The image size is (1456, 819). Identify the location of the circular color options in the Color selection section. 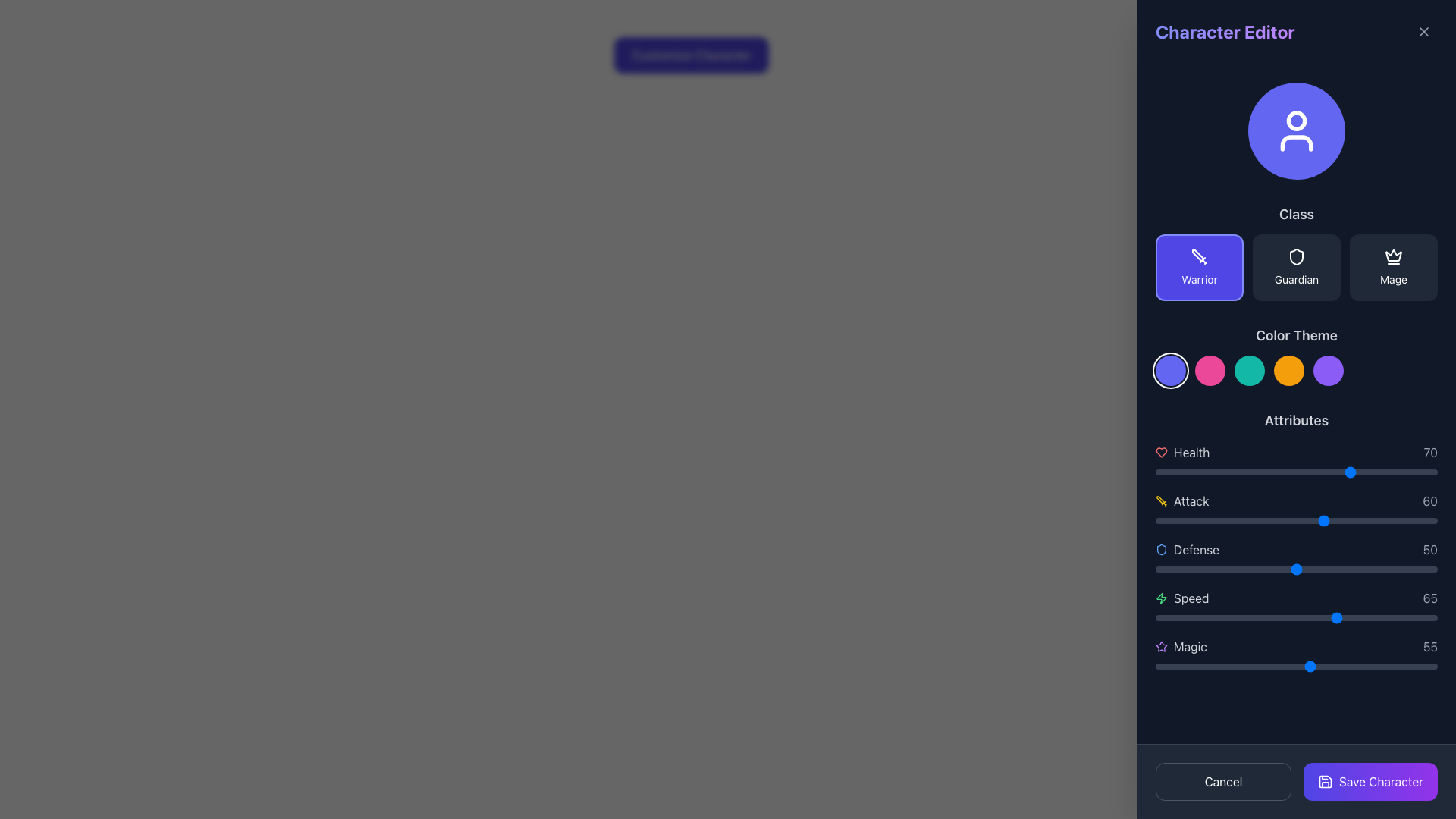
(1295, 356).